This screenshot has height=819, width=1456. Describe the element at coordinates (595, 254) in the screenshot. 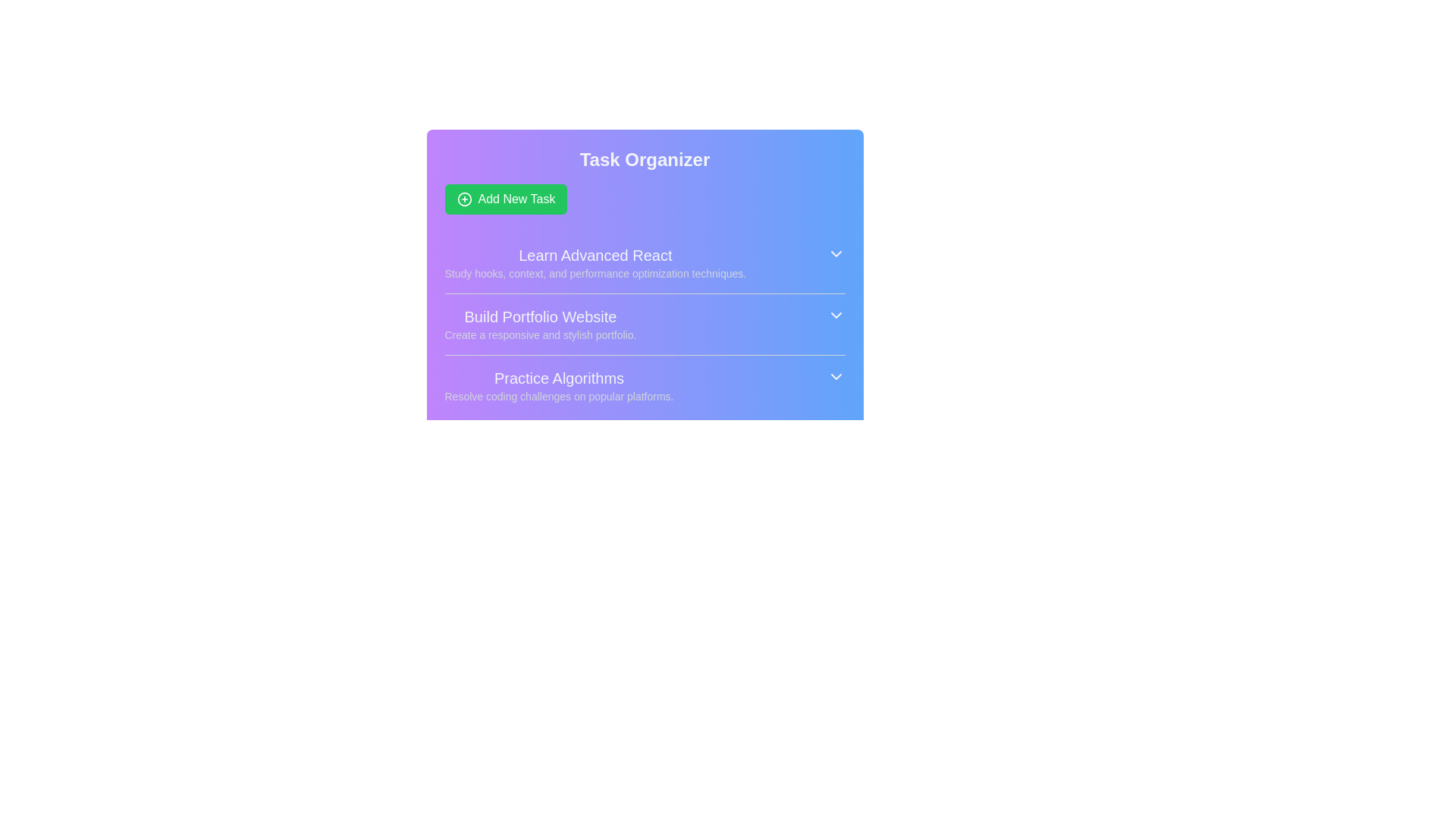

I see `the header text block for the first task in the 'Task Organizer' section, which summarizes the task's title` at that location.